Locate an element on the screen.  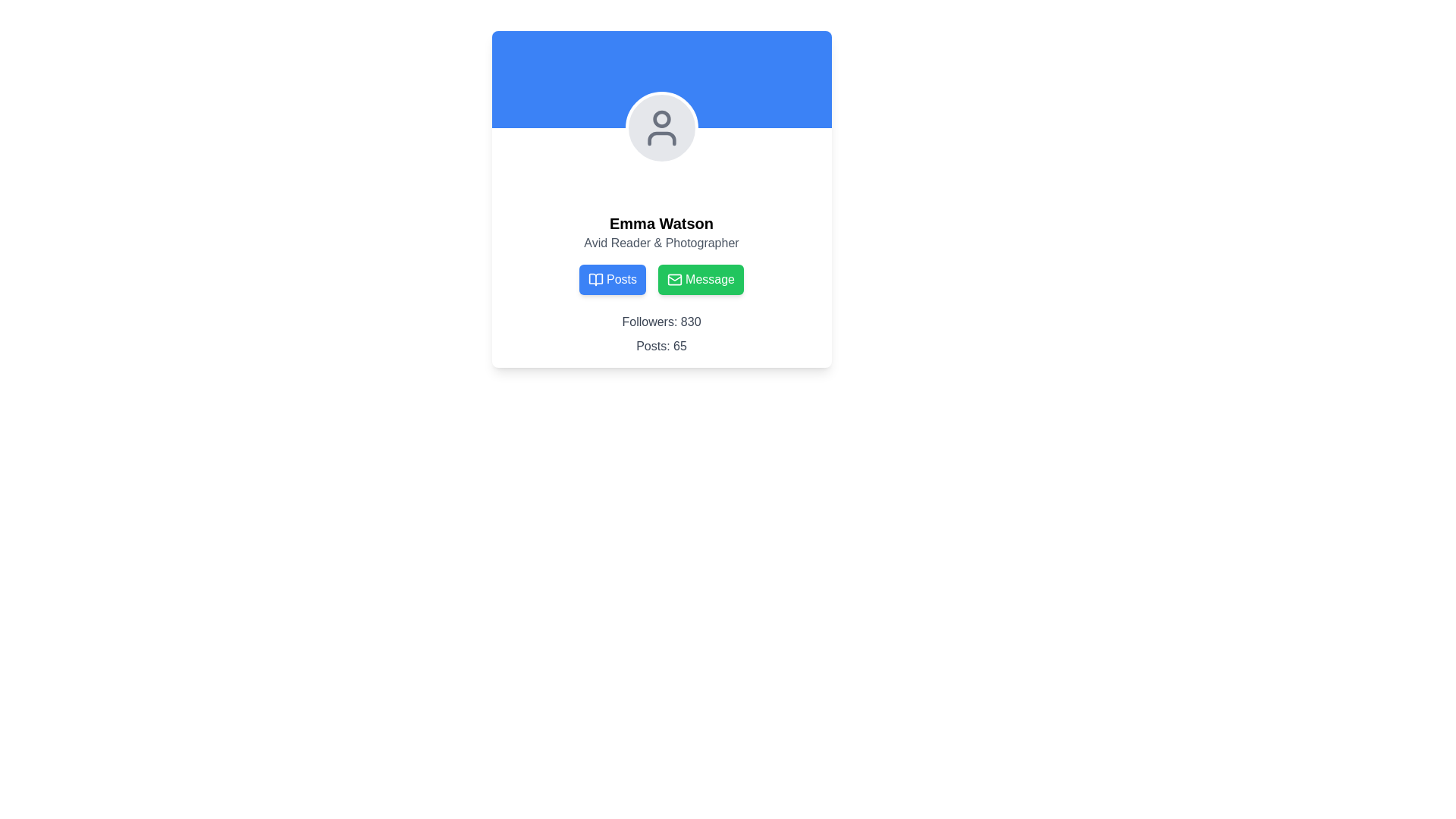
the 'Posts' button, which is a rectangular button with a blue background and an icon of an open book followed by the text 'Posts' in white, to observe a visual change in its background color is located at coordinates (613, 280).